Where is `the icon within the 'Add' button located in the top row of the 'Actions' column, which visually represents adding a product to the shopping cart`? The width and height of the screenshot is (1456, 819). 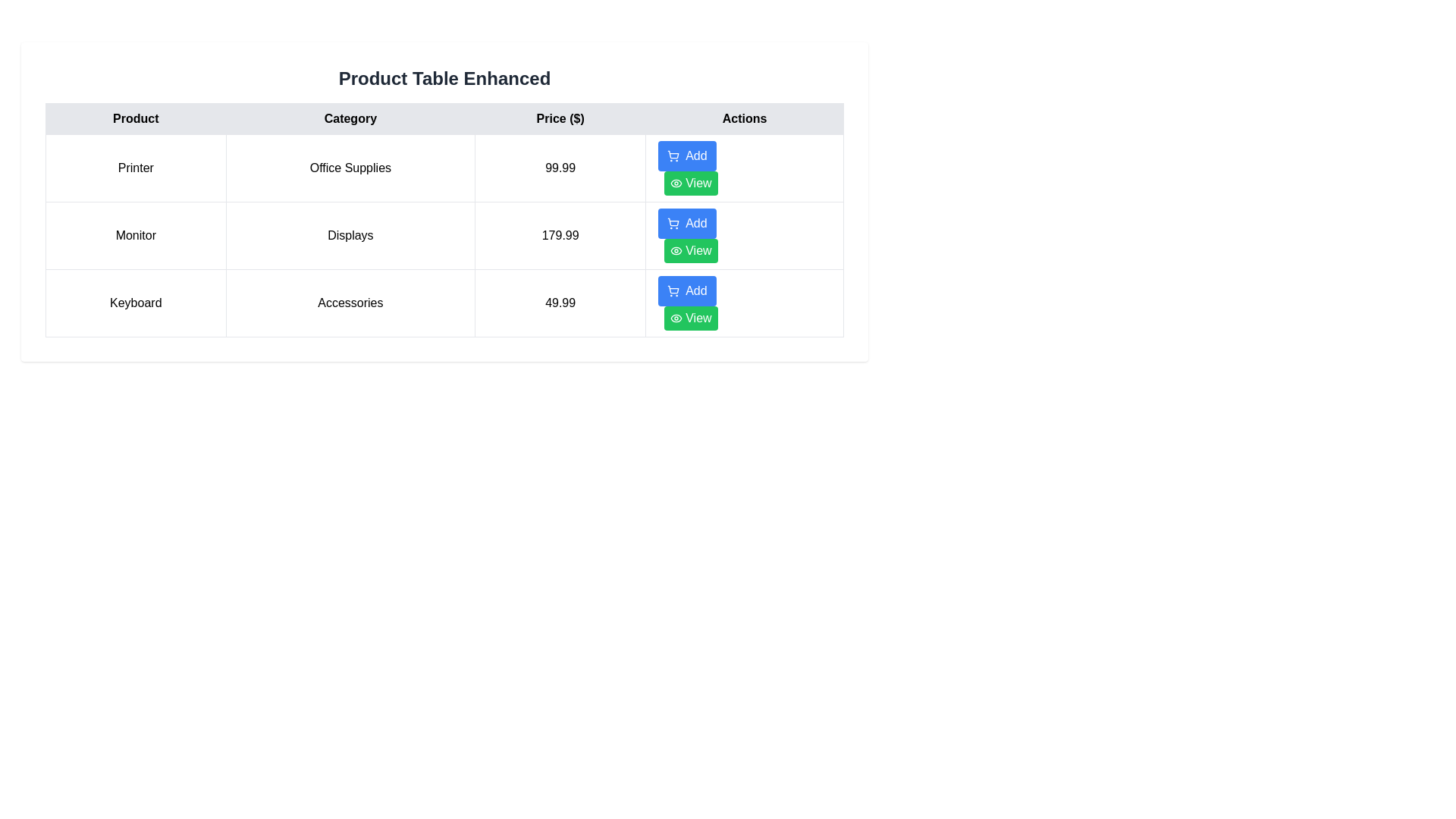 the icon within the 'Add' button located in the top row of the 'Actions' column, which visually represents adding a product to the shopping cart is located at coordinates (673, 155).